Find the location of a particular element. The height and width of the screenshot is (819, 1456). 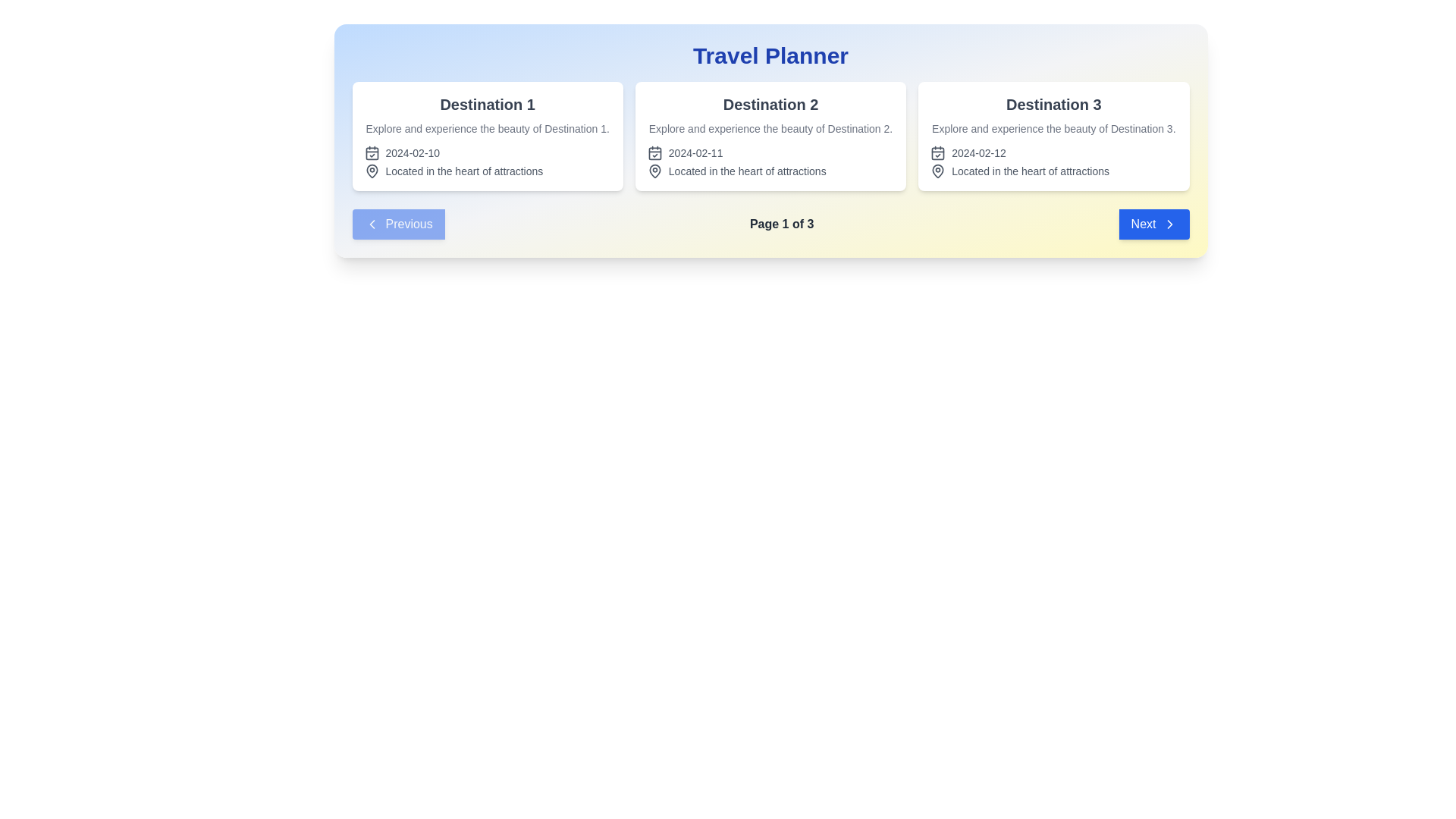

the symbol of the icon located in the panel for 'Destination 2', positioned below the main text and date, to the left of 'Located in the heart of attractions' is located at coordinates (654, 171).